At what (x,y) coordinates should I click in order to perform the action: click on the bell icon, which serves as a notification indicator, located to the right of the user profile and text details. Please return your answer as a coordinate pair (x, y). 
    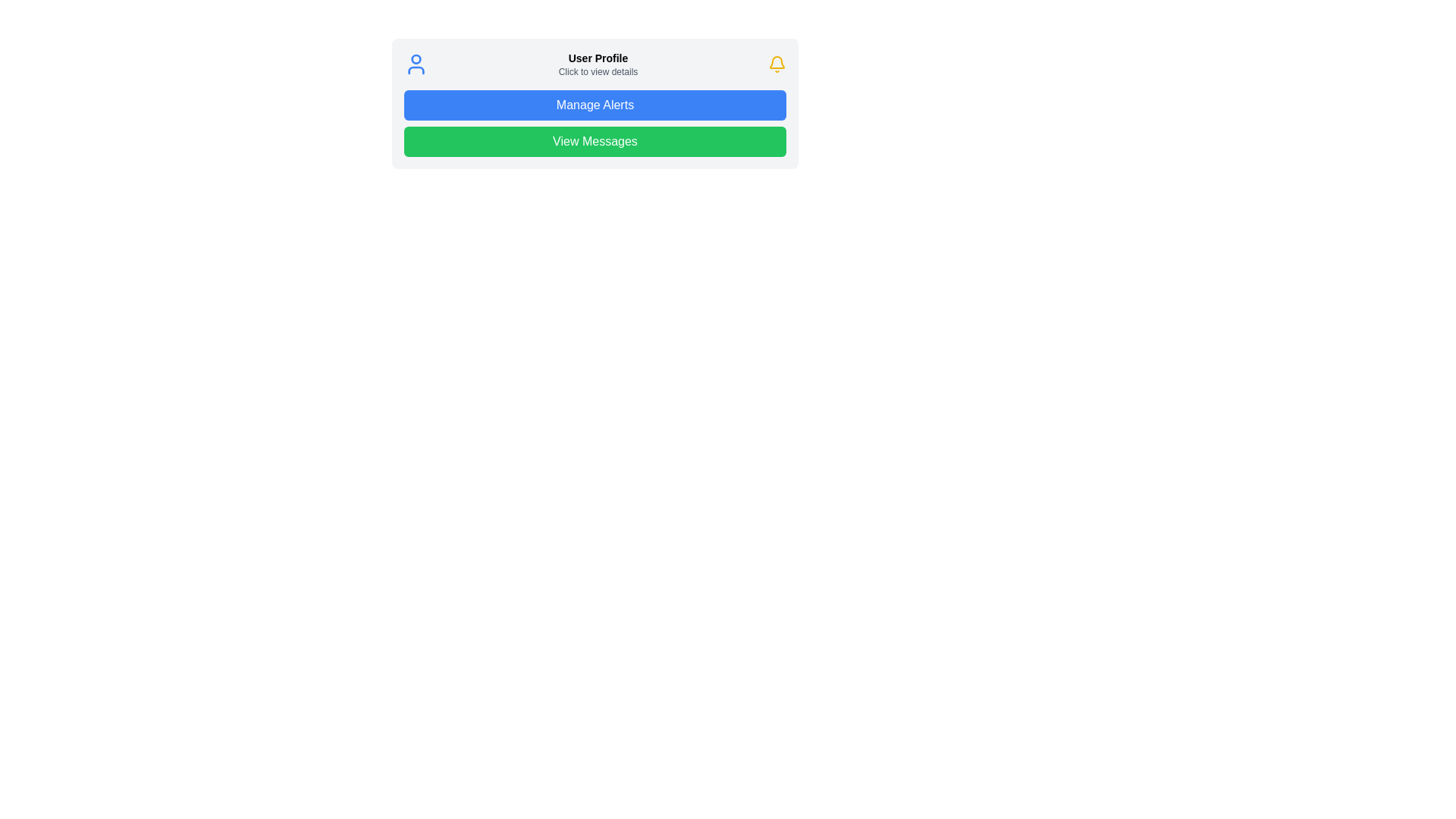
    Looking at the image, I should click on (777, 63).